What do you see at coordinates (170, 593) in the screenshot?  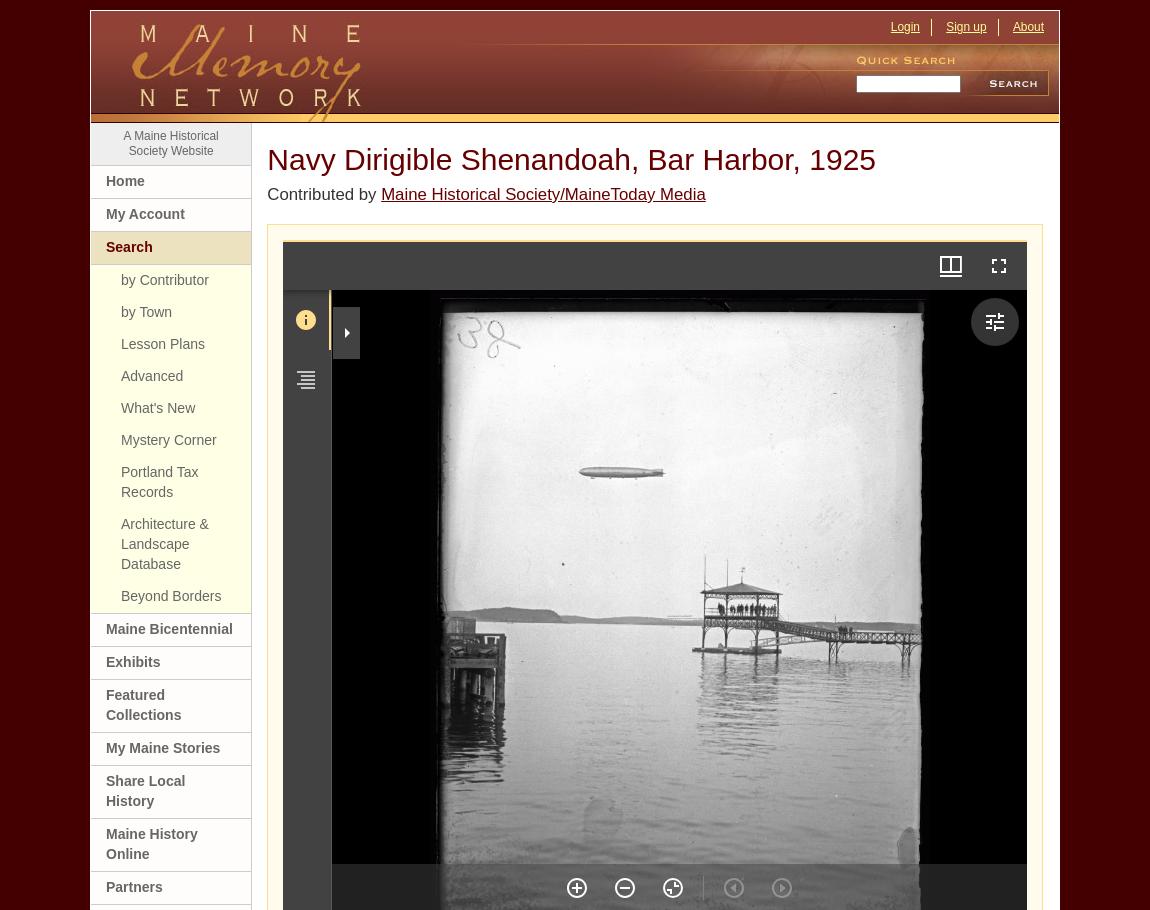 I see `'Beyond Borders'` at bounding box center [170, 593].